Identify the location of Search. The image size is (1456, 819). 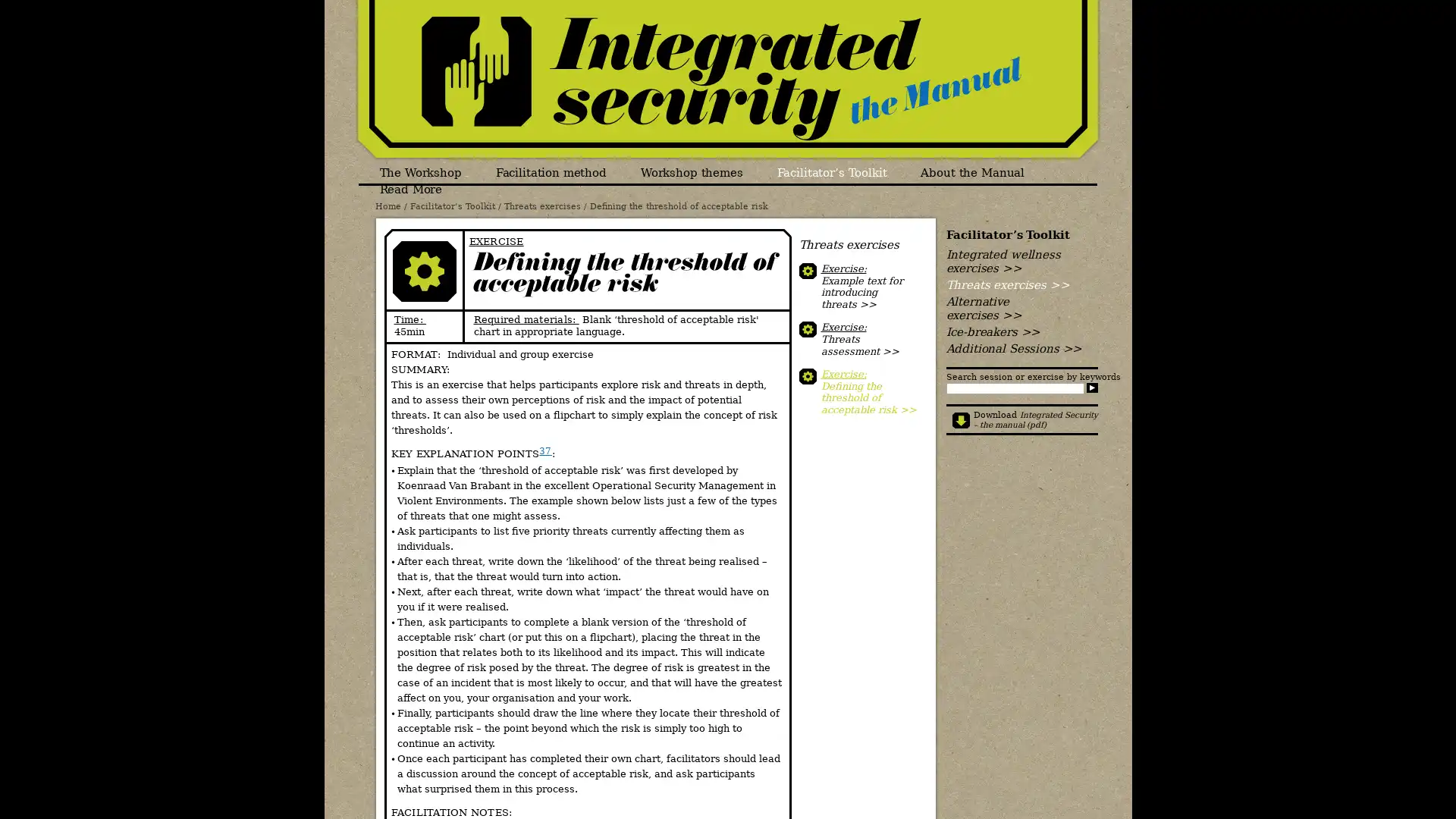
(1090, 387).